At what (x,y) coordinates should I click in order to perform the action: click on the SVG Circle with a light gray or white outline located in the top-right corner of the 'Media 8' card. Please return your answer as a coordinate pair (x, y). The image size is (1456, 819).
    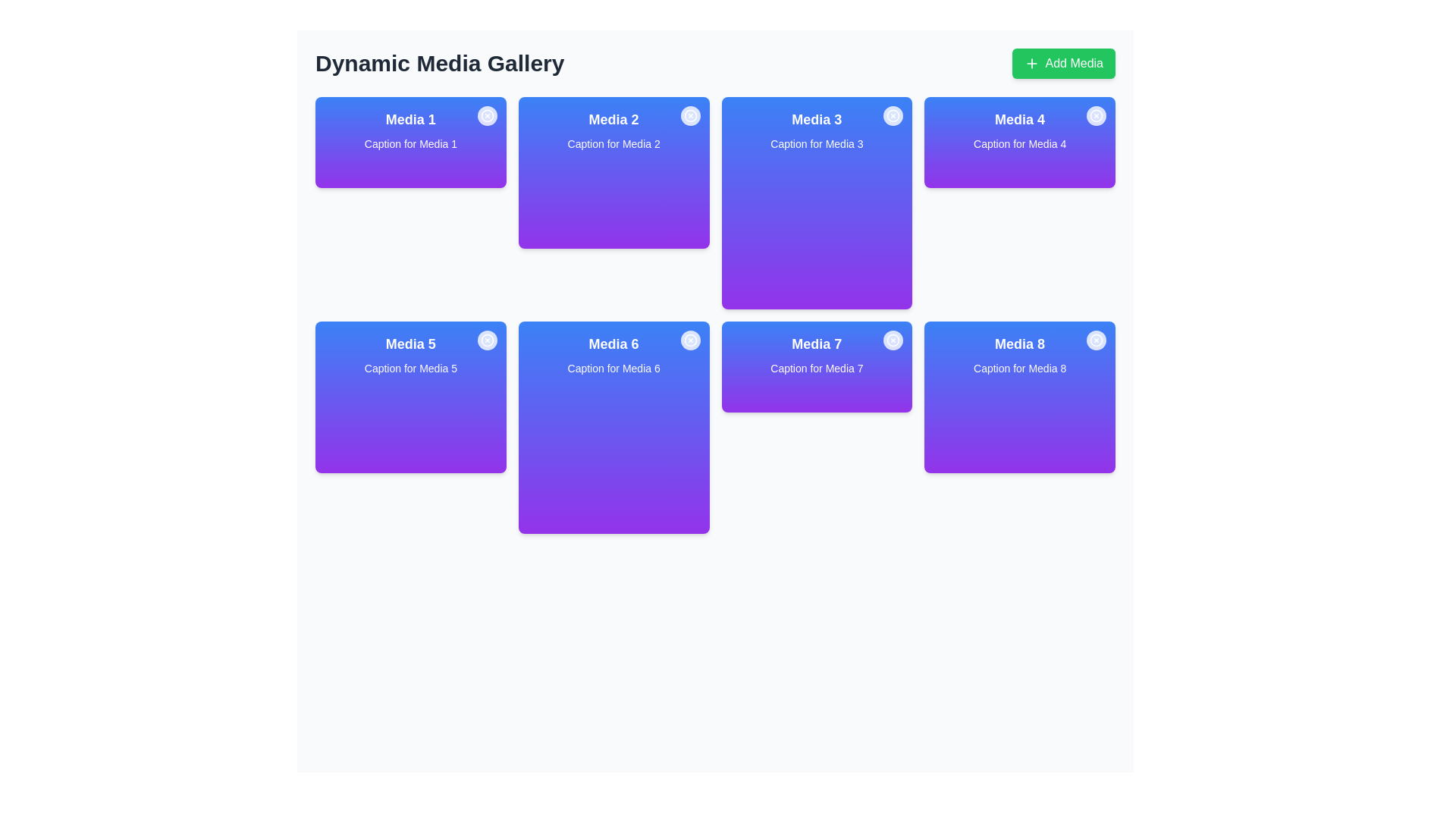
    Looking at the image, I should click on (1096, 339).